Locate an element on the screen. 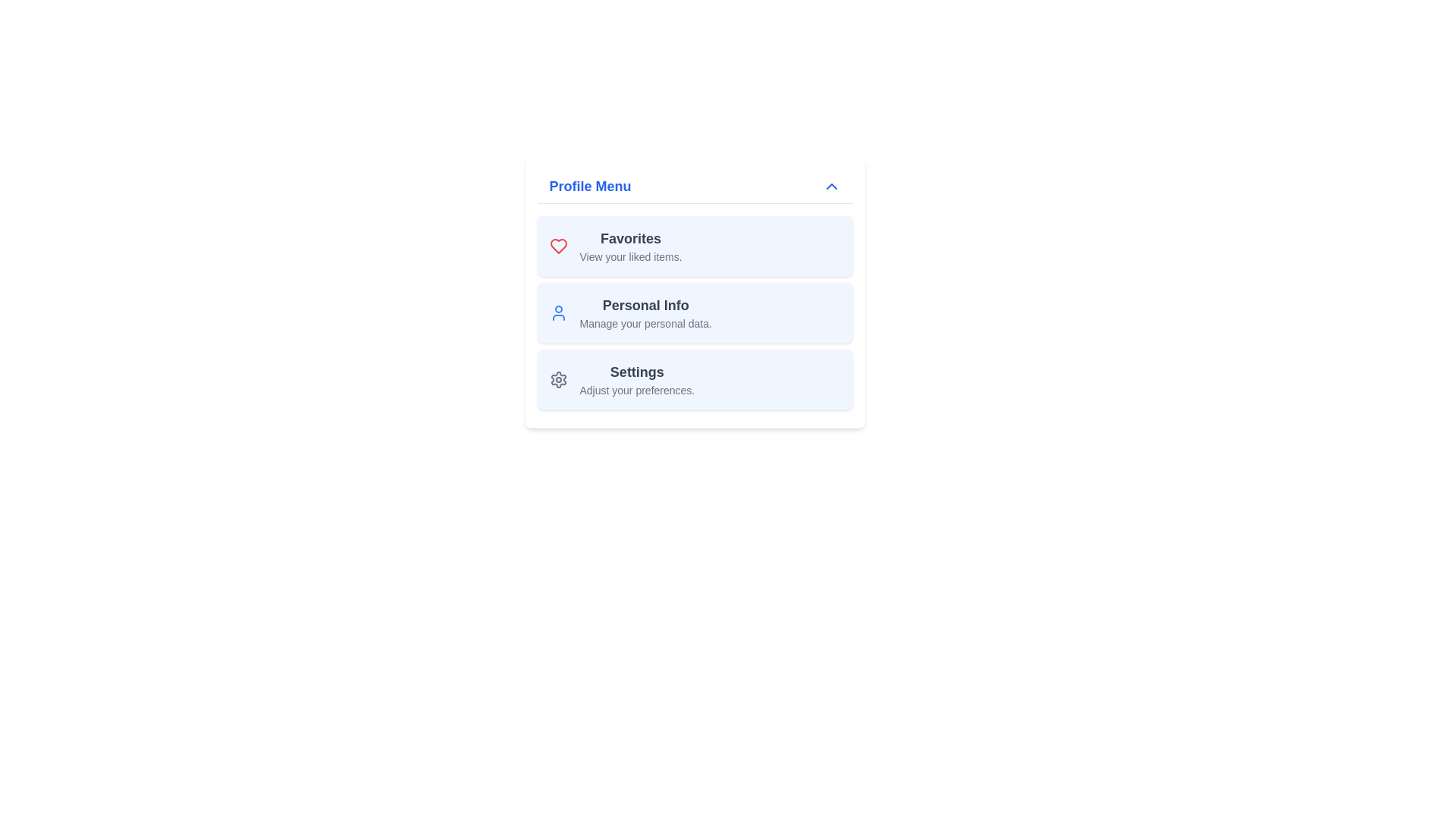  the second menu item in the vertical list below 'Favorites' and above 'Settings' is located at coordinates (694, 312).